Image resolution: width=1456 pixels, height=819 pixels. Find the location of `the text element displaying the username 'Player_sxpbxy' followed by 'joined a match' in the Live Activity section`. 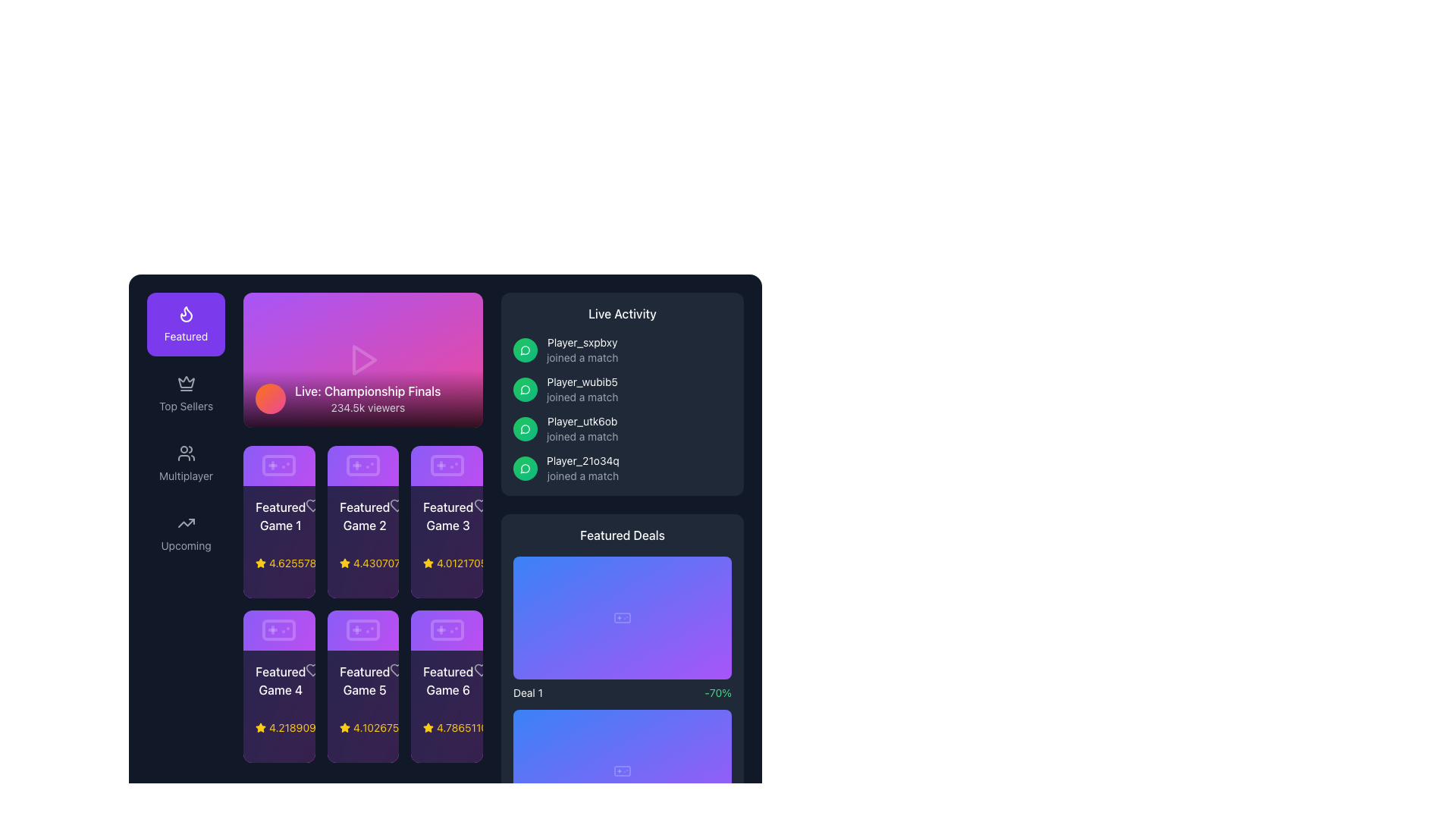

the text element displaying the username 'Player_sxpbxy' followed by 'joined a match' in the Live Activity section is located at coordinates (582, 350).